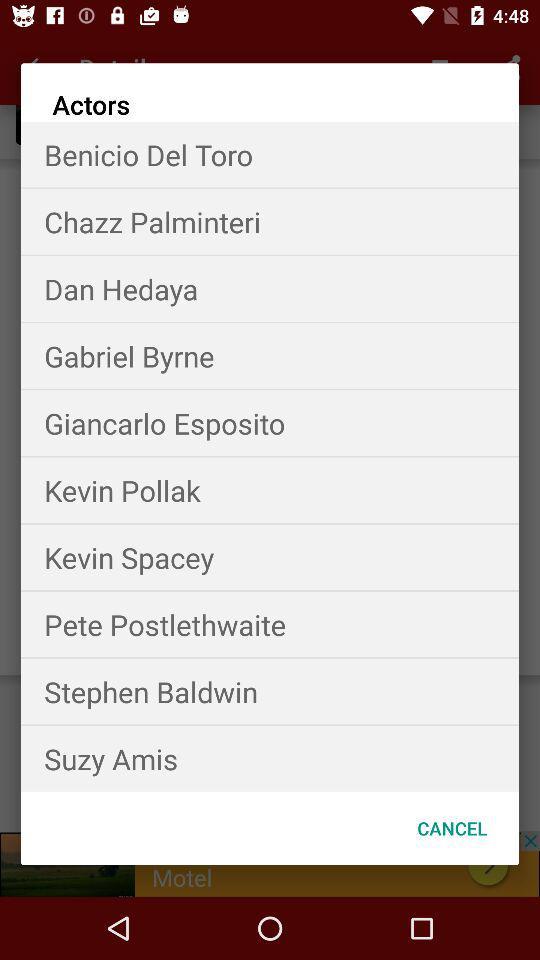 Image resolution: width=540 pixels, height=960 pixels. I want to click on the    chazz palminteri item, so click(270, 221).